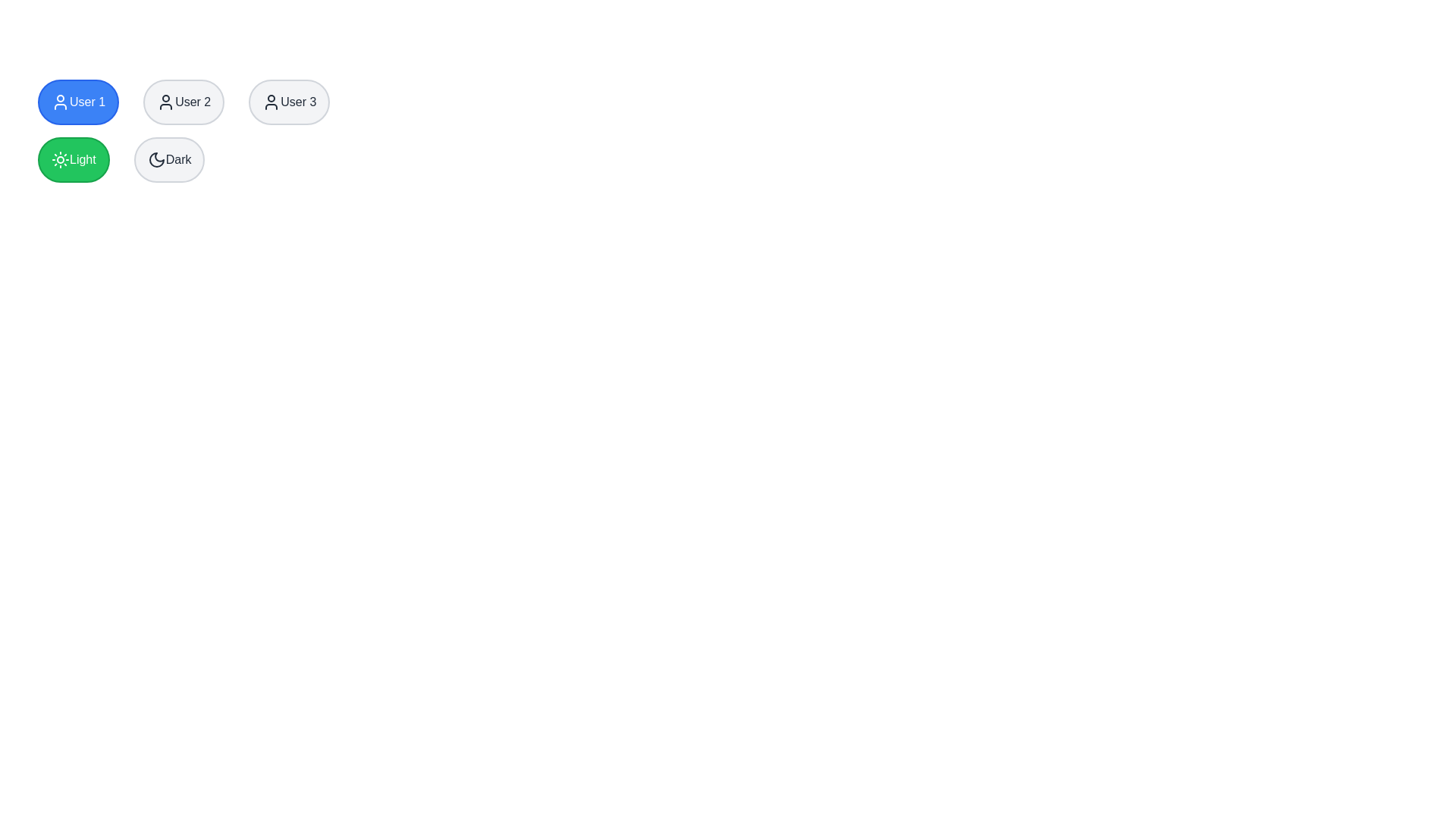  I want to click on the 'Dark' mode toggle button, which is located in the second position from the left in its row, directly to the right of the 'Light' button, so click(169, 160).